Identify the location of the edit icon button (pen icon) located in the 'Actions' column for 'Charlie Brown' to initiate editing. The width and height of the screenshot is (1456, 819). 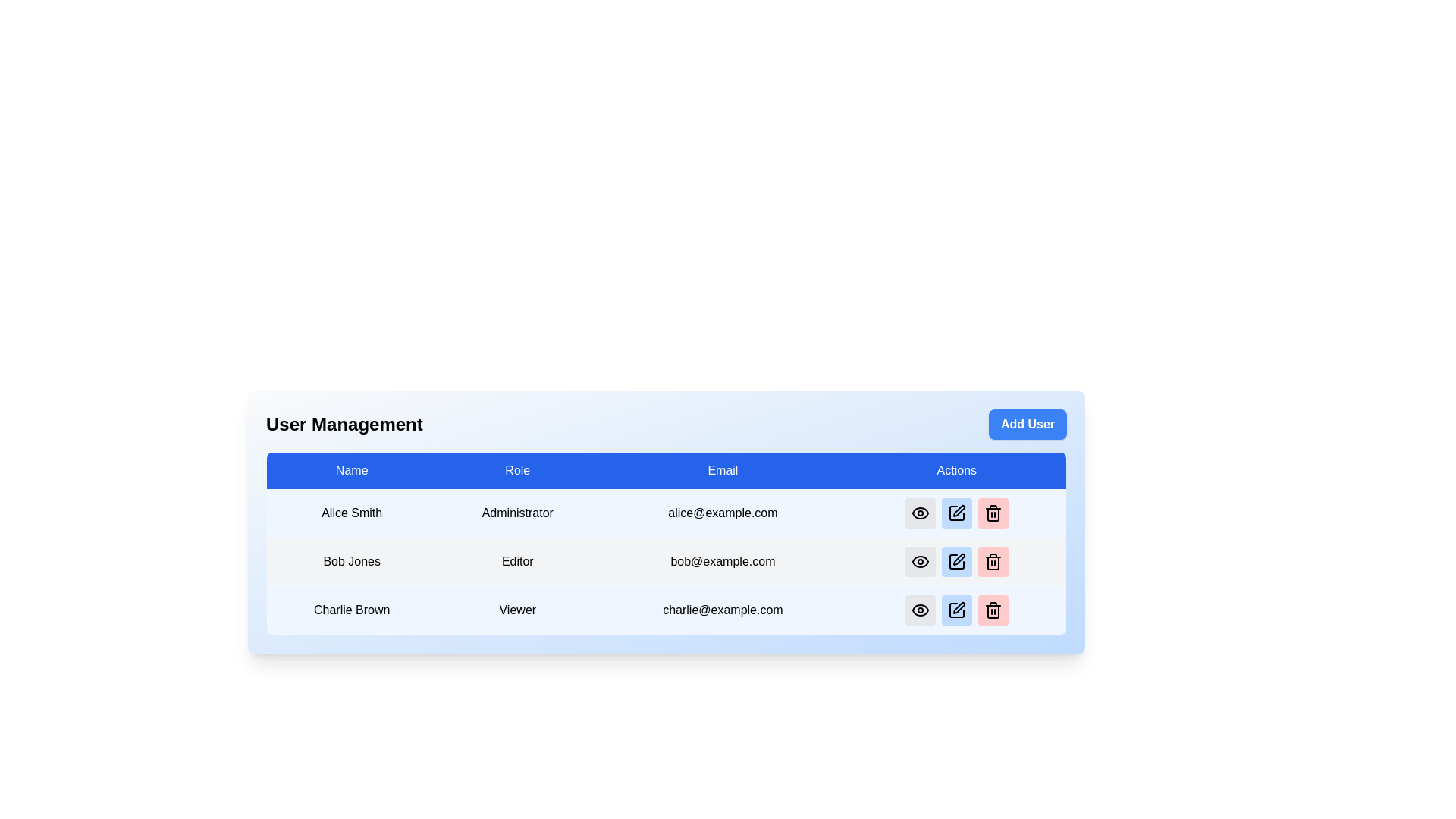
(955, 610).